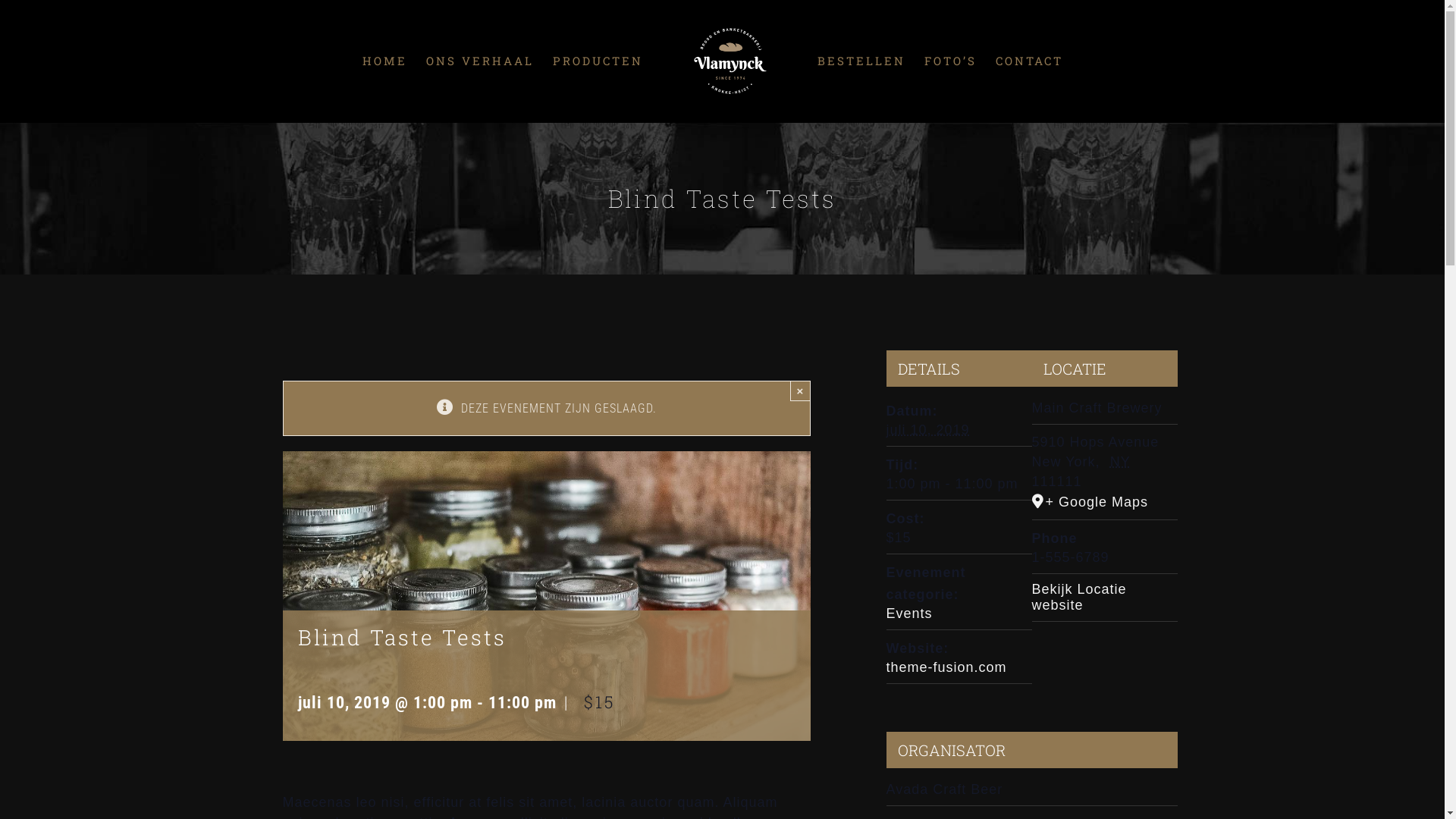  Describe the element at coordinates (362, 61) in the screenshot. I see `'HOME'` at that location.